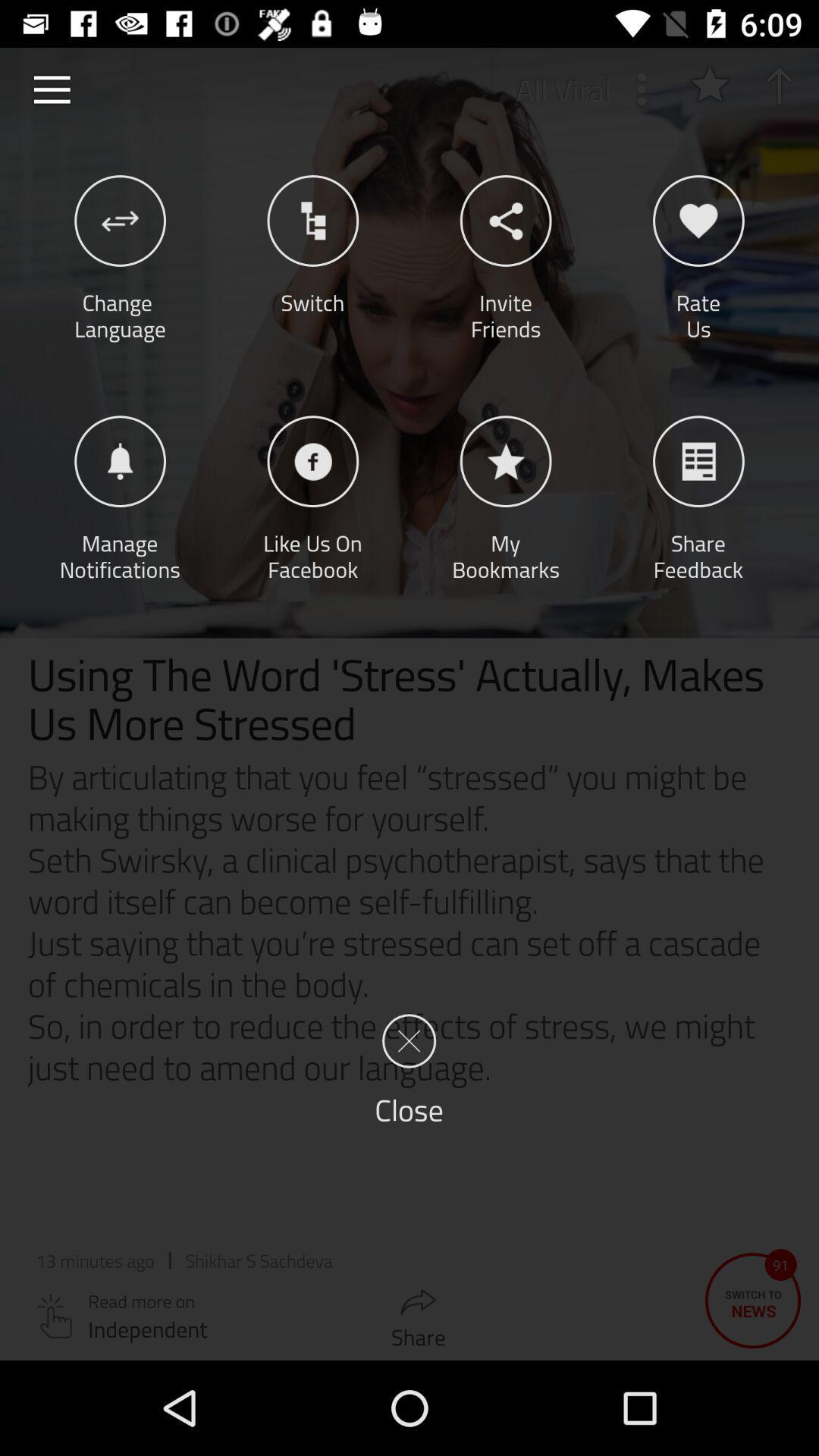  I want to click on the star icon, so click(709, 83).